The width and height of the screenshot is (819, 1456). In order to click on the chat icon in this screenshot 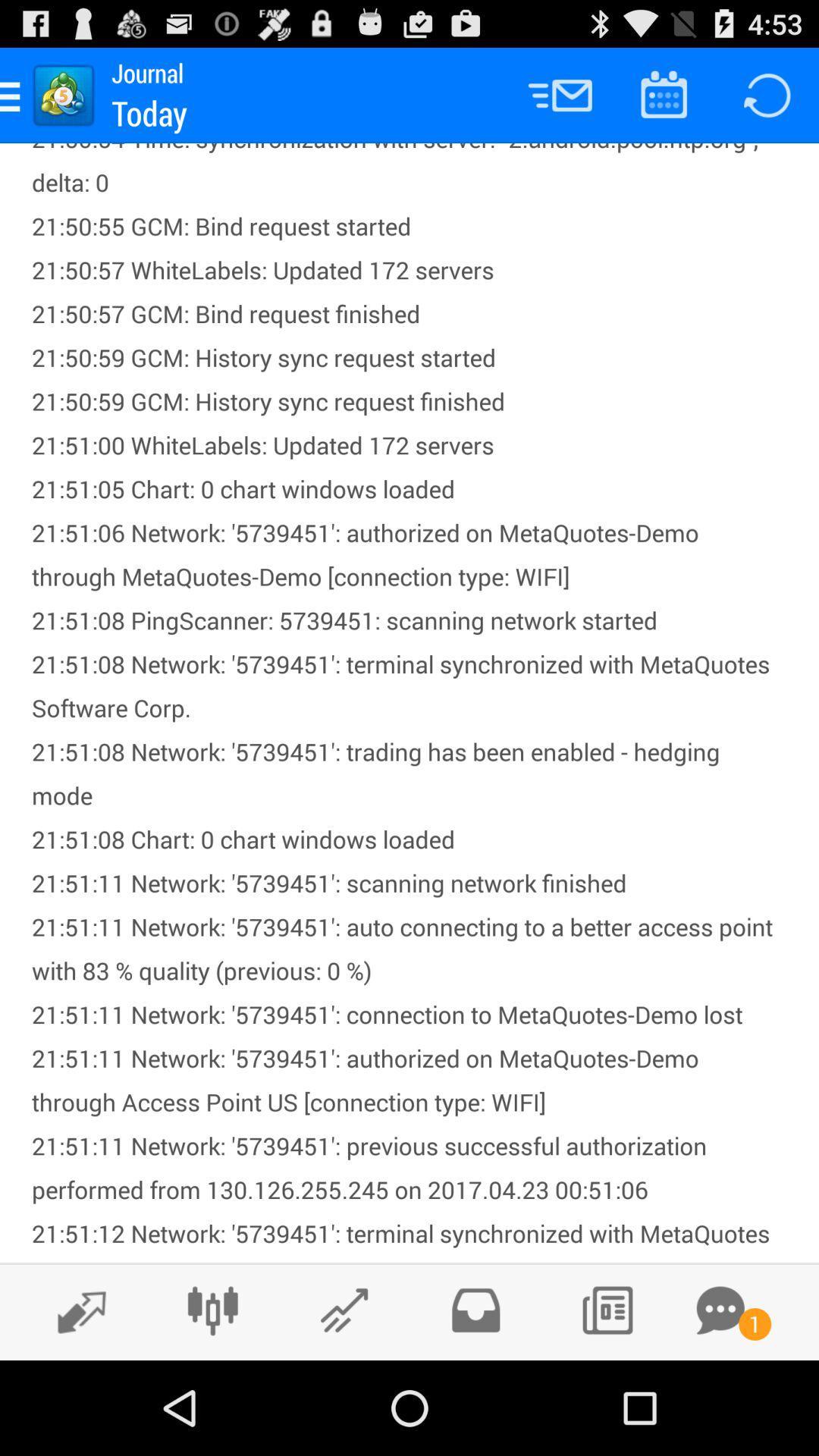, I will do `click(720, 1401)`.